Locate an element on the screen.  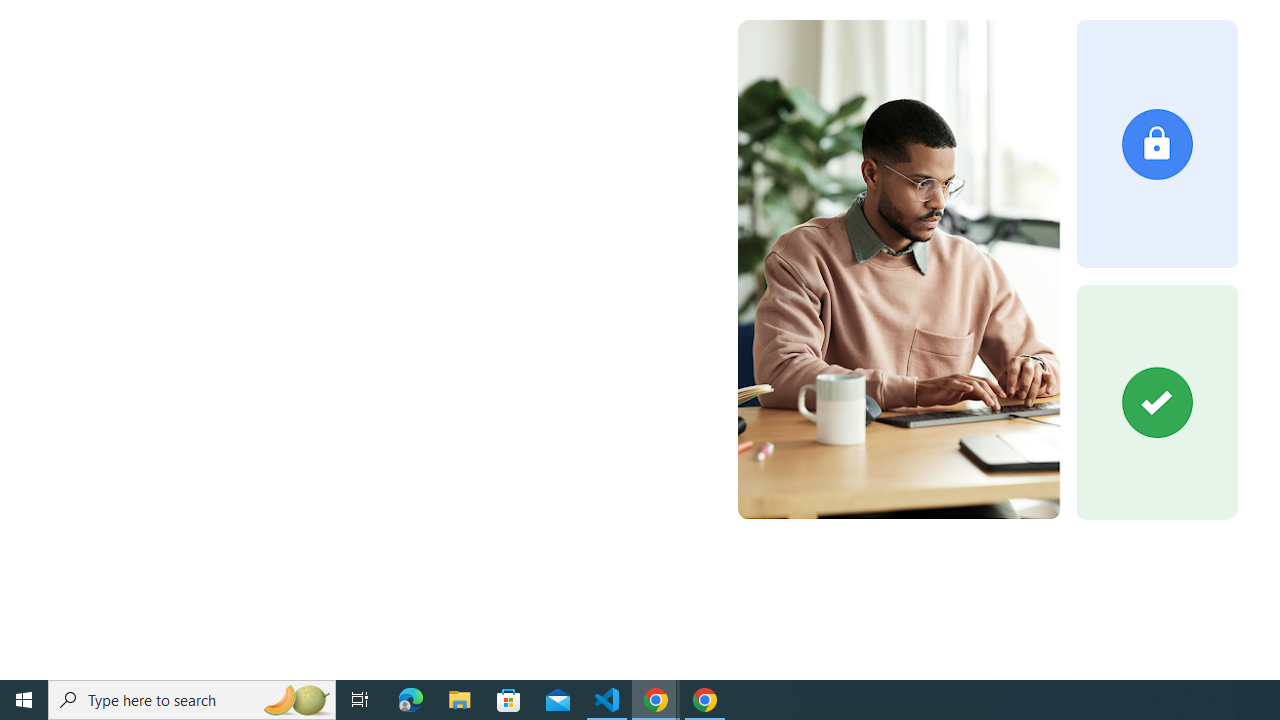
'File Explorer' is located at coordinates (459, 698).